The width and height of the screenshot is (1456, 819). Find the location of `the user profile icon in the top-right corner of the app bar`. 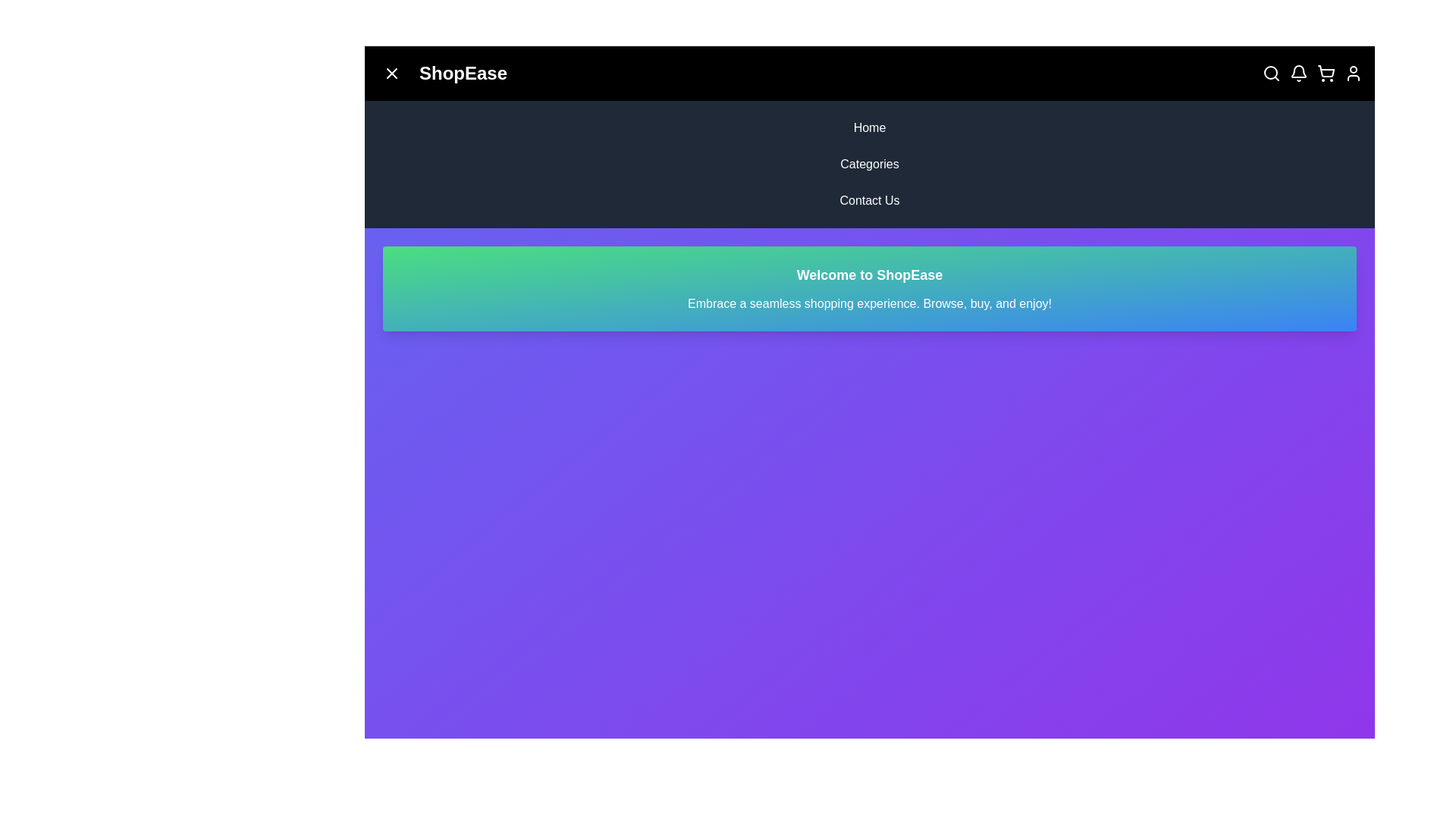

the user profile icon in the top-right corner of the app bar is located at coordinates (1354, 73).